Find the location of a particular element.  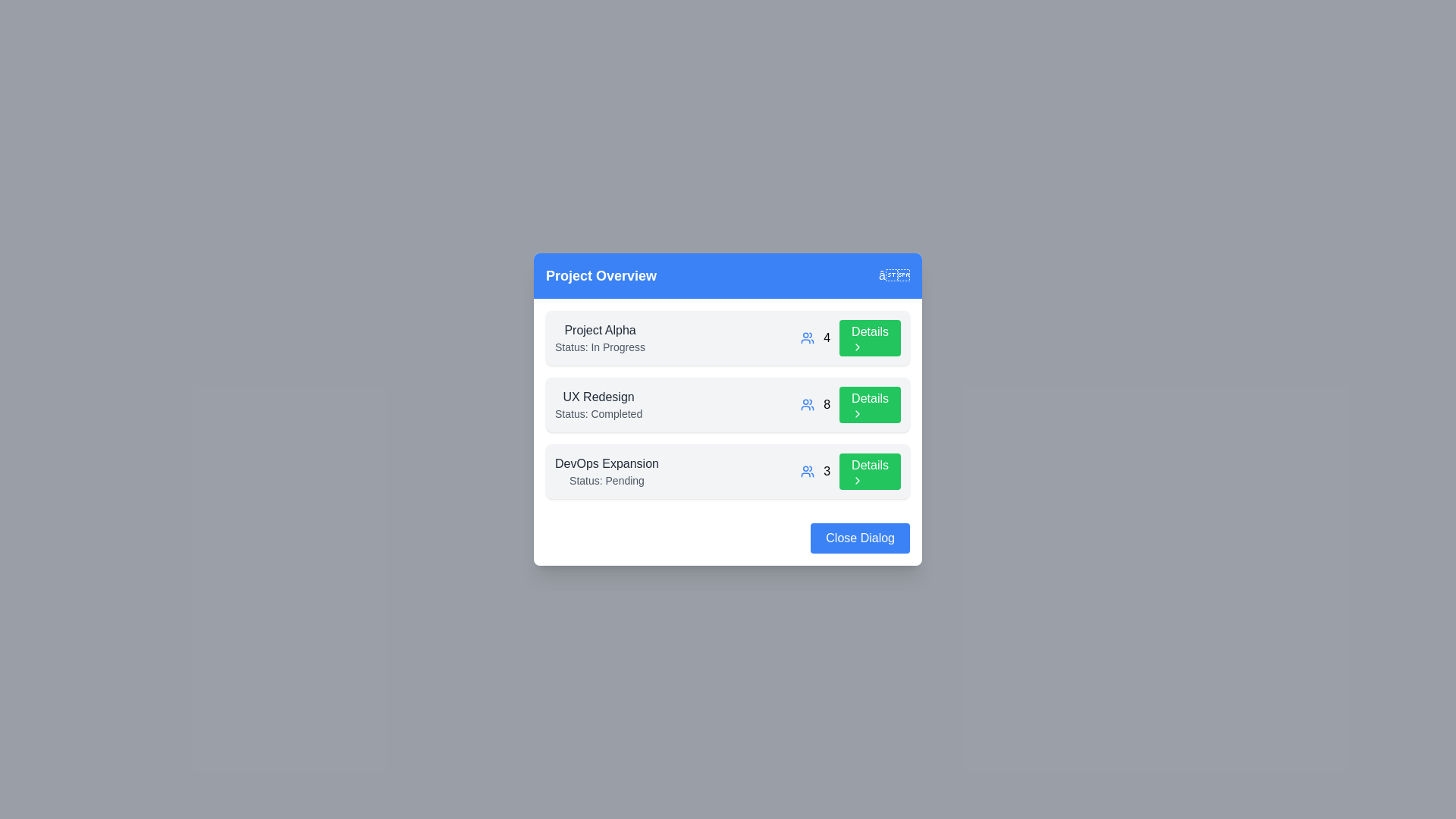

the 'Details' button for the project with ID 3 is located at coordinates (870, 470).